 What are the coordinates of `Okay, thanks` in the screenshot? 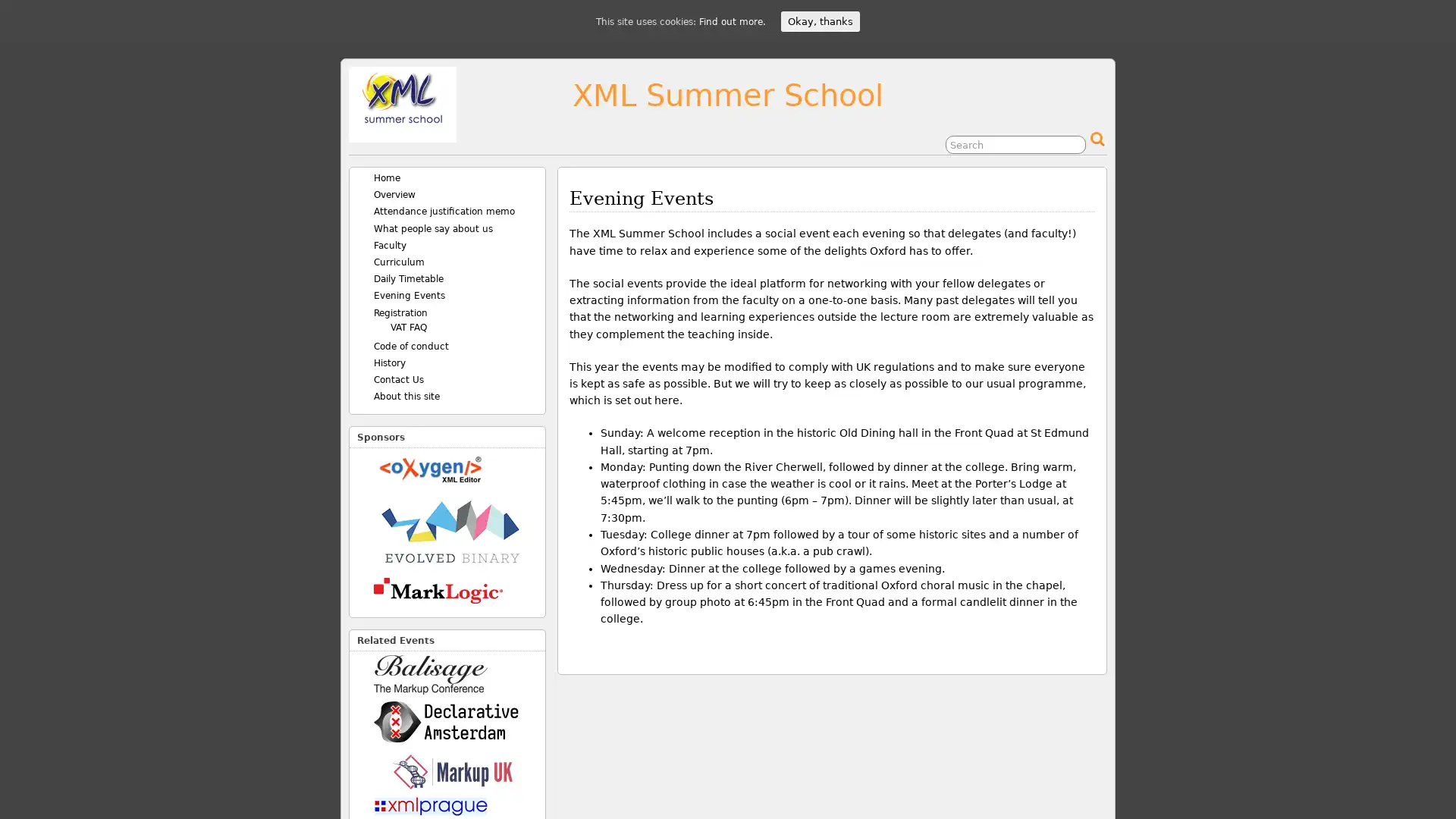 It's located at (819, 21).